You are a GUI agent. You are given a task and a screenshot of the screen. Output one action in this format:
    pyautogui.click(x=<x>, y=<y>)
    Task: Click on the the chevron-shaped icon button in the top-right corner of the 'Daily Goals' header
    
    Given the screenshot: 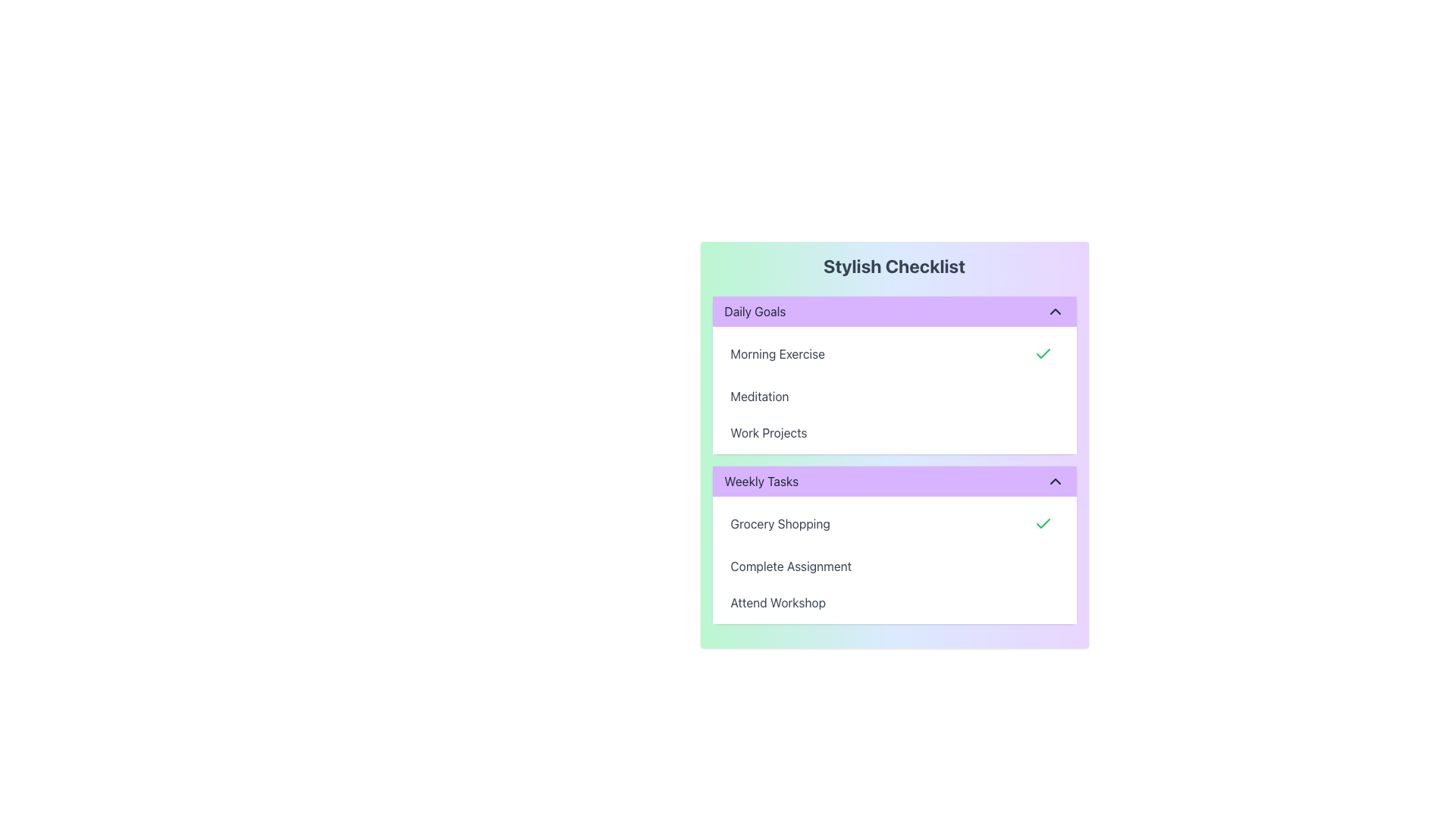 What is the action you would take?
    pyautogui.click(x=1054, y=311)
    